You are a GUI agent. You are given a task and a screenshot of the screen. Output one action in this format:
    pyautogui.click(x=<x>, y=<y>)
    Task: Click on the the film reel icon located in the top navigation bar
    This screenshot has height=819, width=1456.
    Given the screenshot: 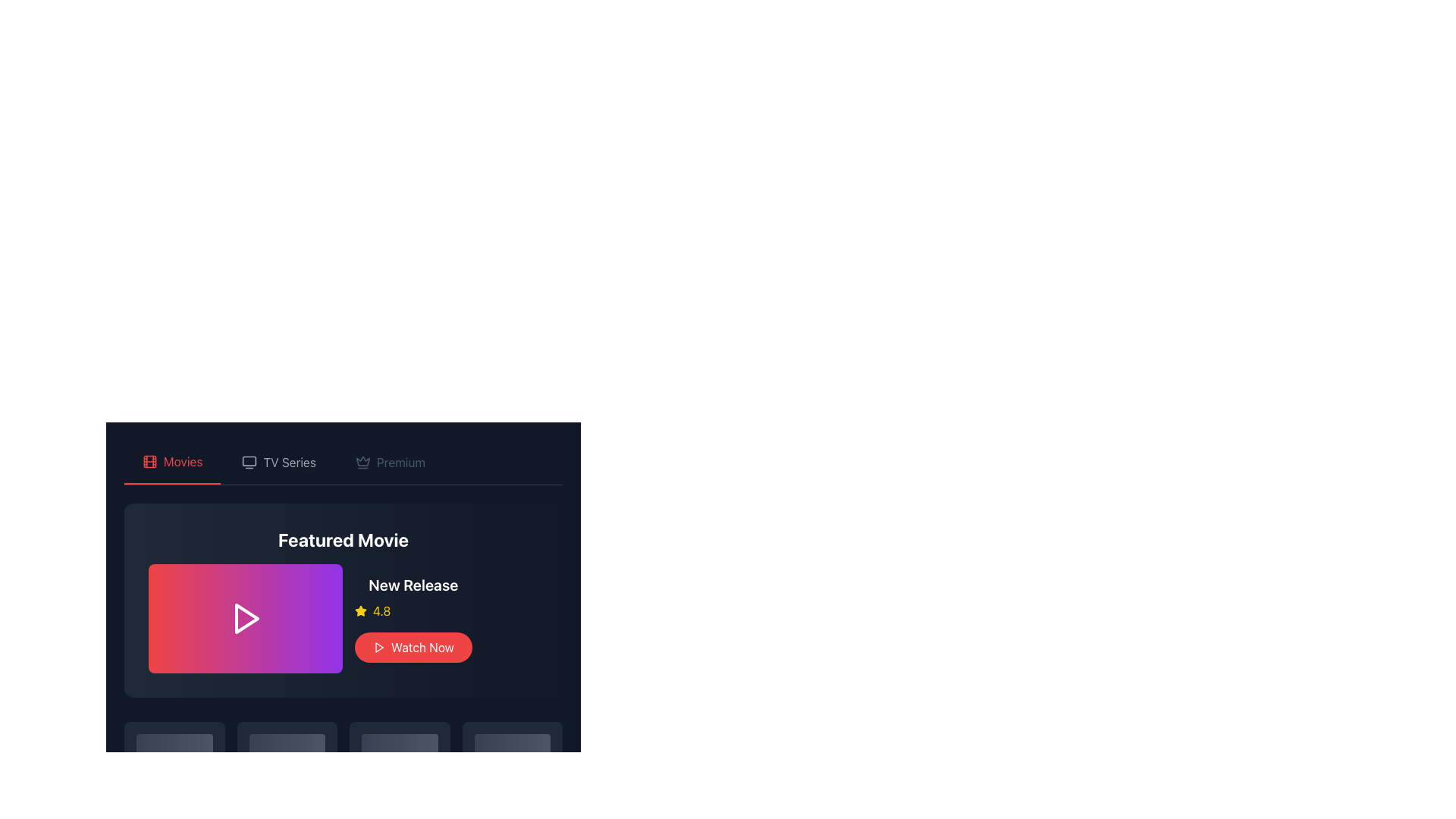 What is the action you would take?
    pyautogui.click(x=149, y=461)
    